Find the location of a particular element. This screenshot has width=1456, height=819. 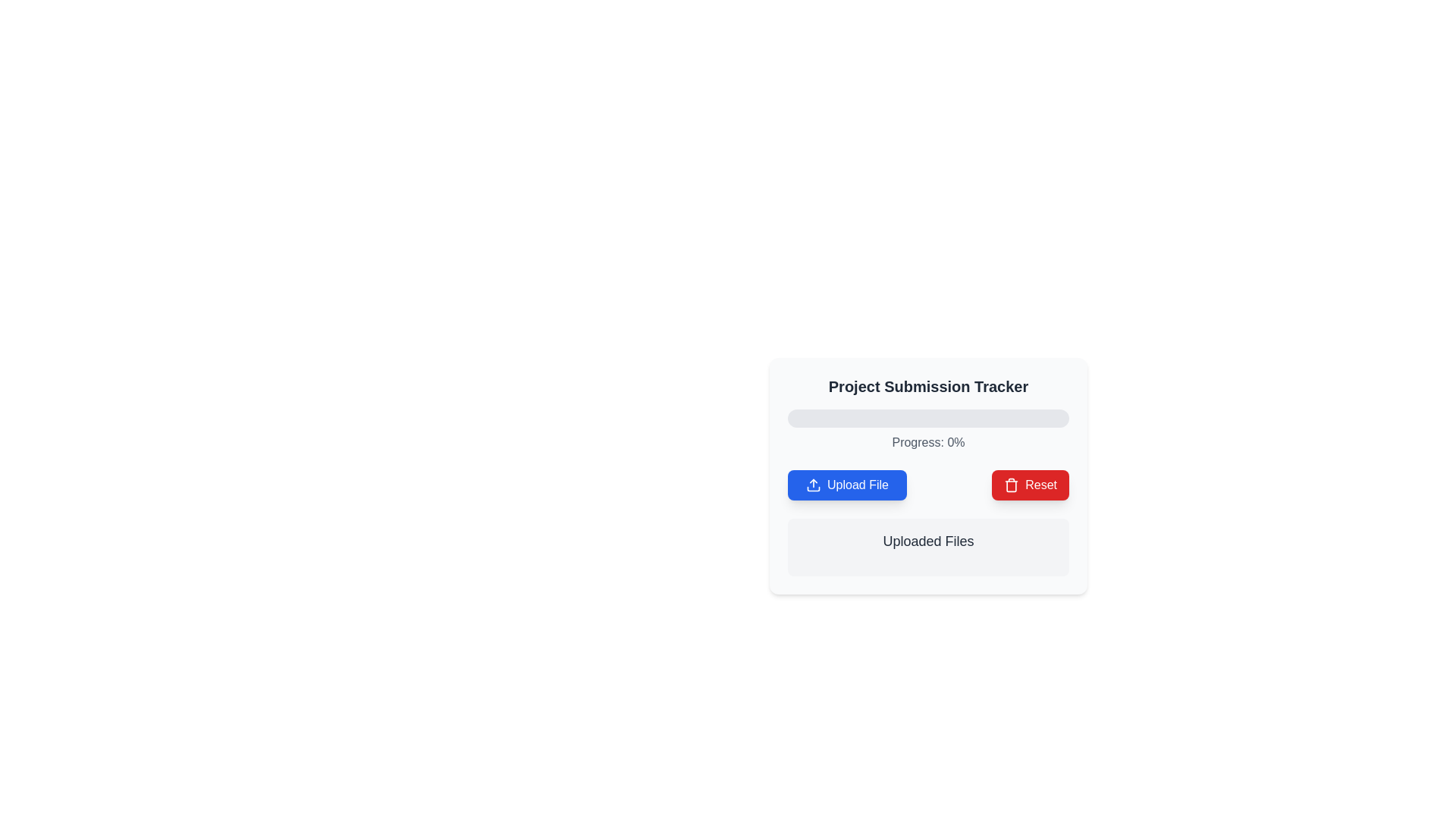

the trash can icon that is part of the 'Reset' button, which has a red background and is located to the right of the 'Upload File' button is located at coordinates (1012, 485).